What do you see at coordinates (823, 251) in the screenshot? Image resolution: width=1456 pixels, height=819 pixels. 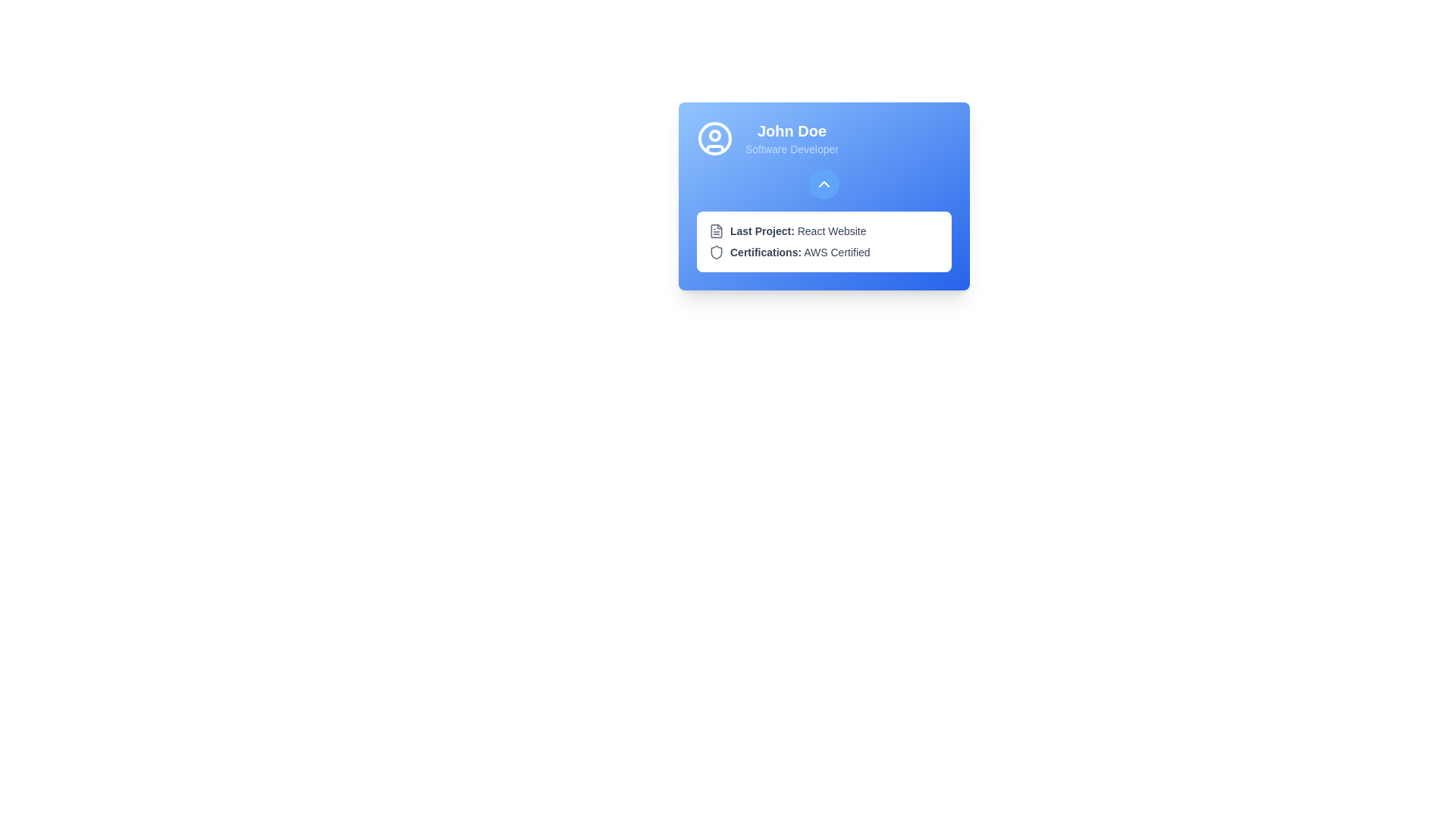 I see `the 'AWS Certified' label with icon located below the 'Last Project: React Website' label in the card interface` at bounding box center [823, 251].